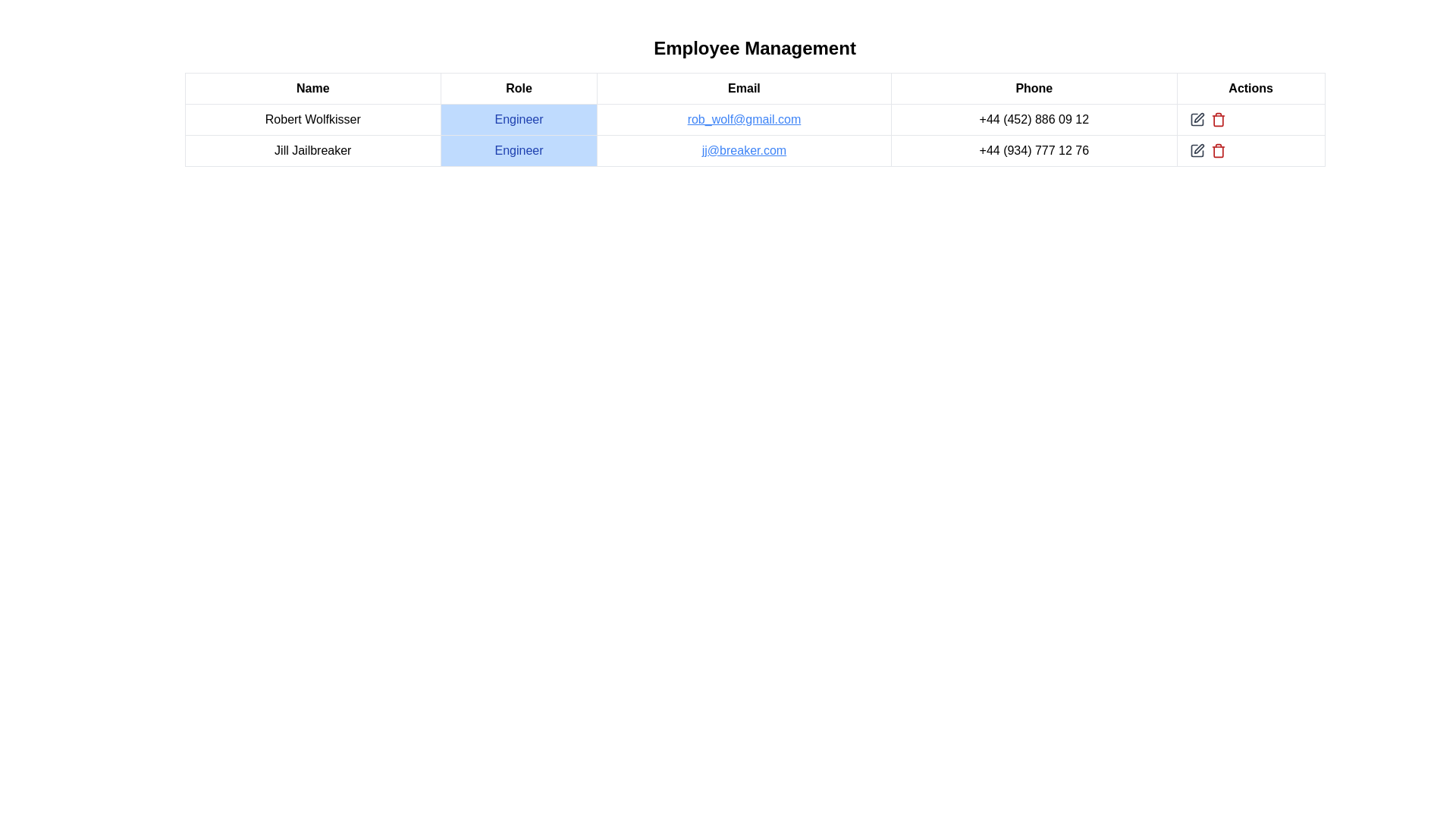 Image resolution: width=1456 pixels, height=819 pixels. Describe the element at coordinates (519, 151) in the screenshot. I see `the blue rectangular Informational Label displaying the text 'Engineer' associated with the role title for 'Jill Jailbreaker' in the Role column of the table` at that location.